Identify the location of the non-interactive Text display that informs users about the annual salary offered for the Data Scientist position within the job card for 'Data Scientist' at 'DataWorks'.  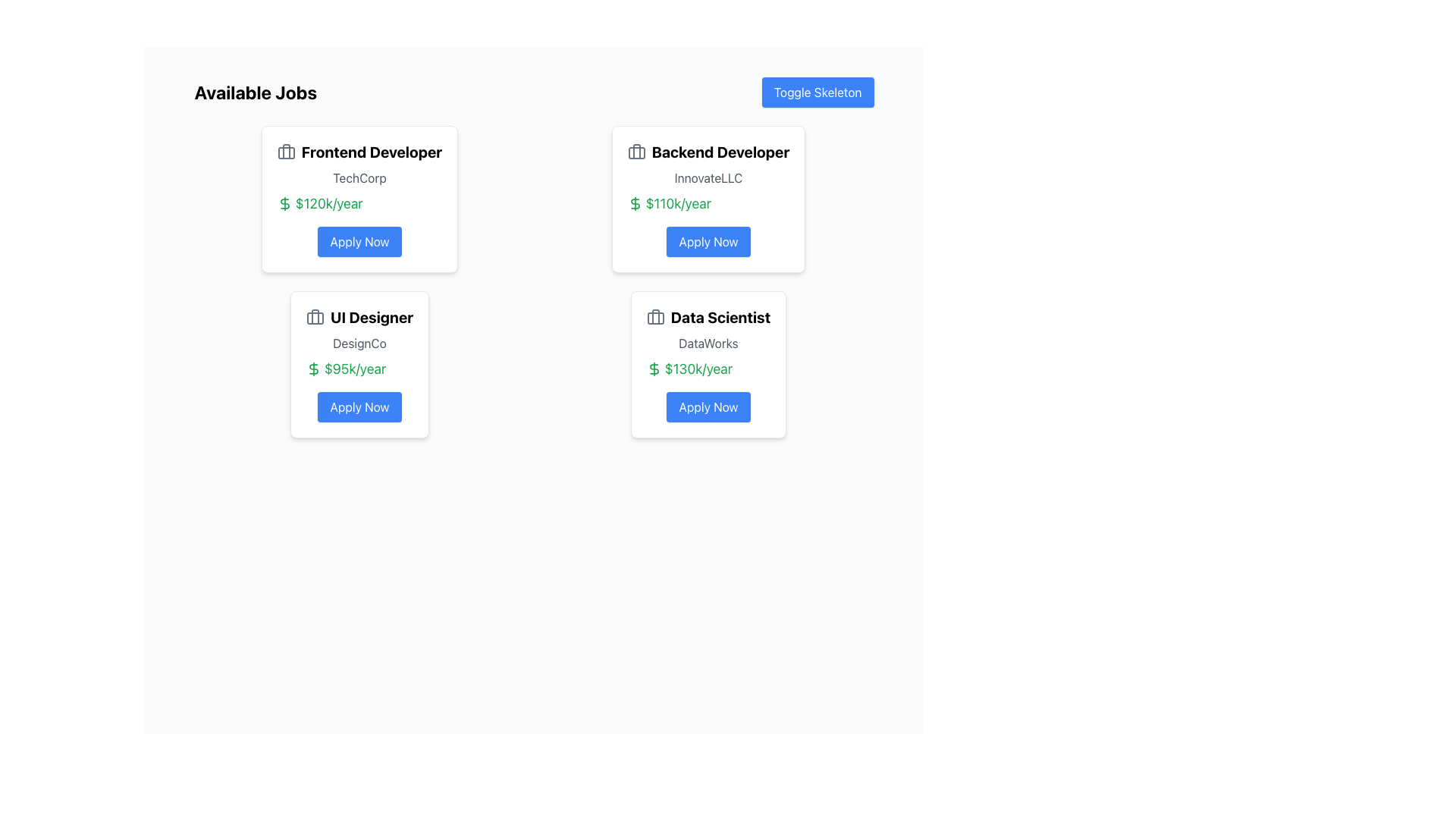
(708, 369).